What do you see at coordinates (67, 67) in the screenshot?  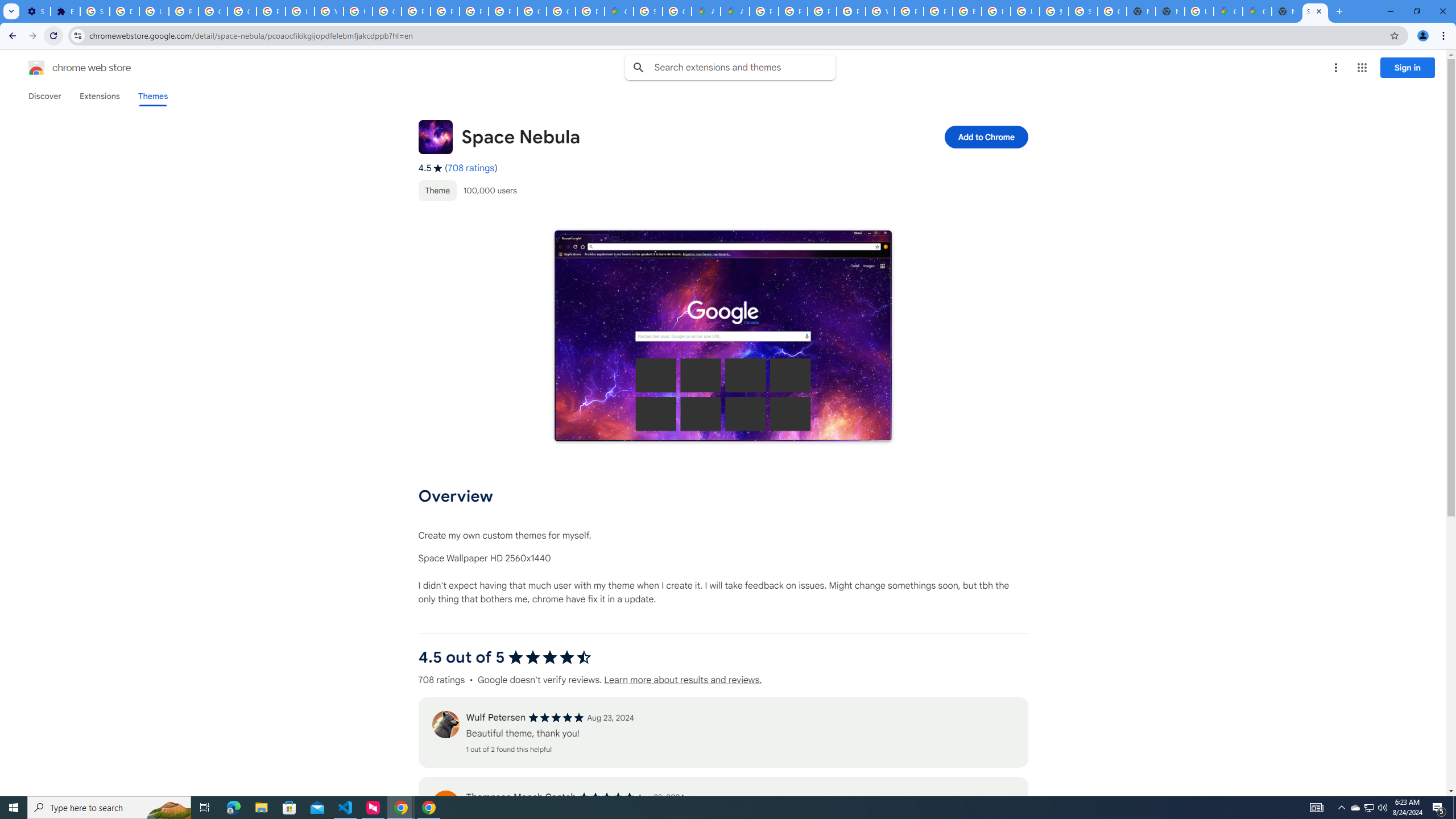 I see `'Chrome Web Store logo chrome web store'` at bounding box center [67, 67].